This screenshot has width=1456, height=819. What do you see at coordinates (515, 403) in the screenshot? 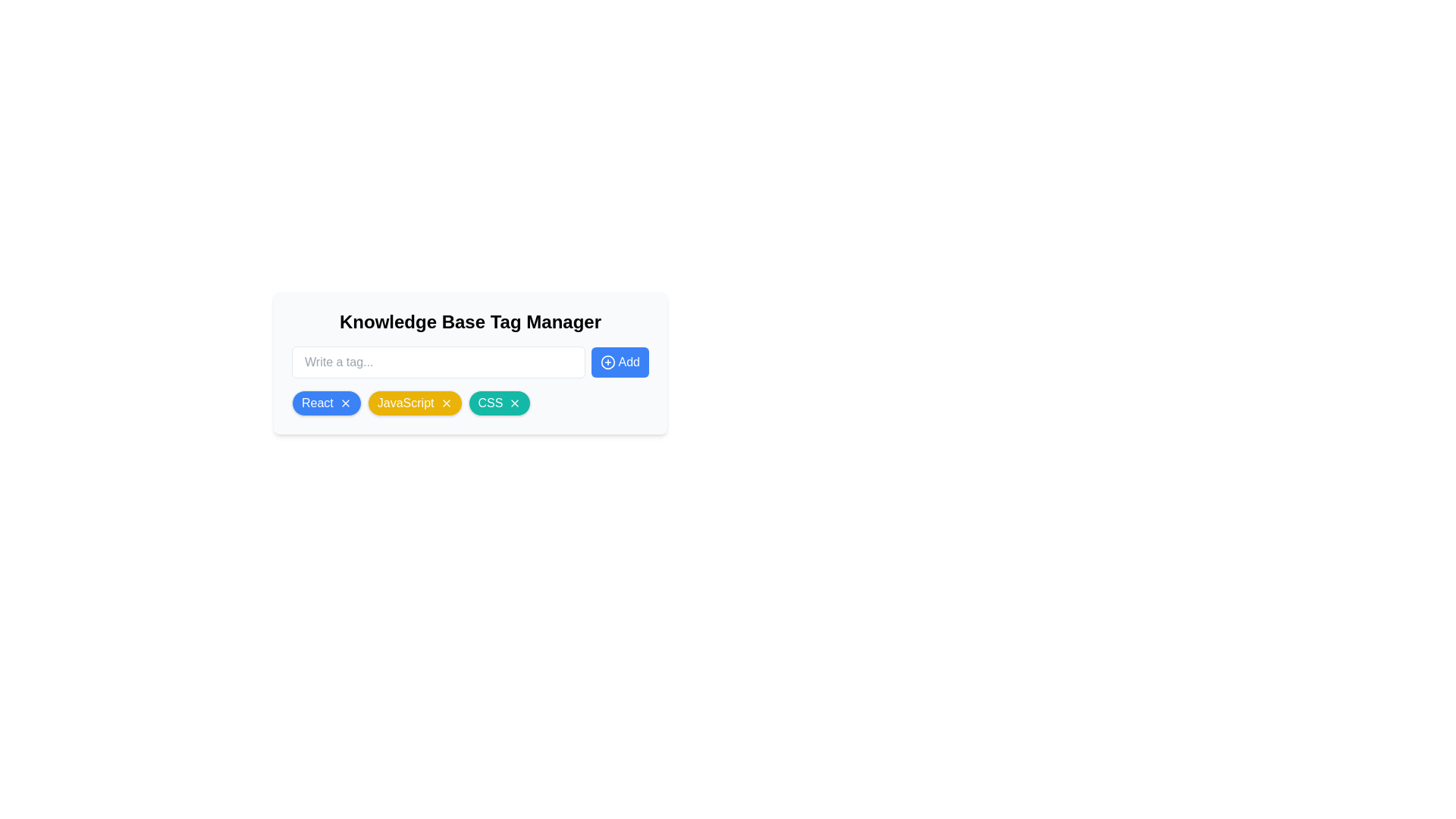
I see `the button located on the right end of the 'CSS' tag` at bounding box center [515, 403].